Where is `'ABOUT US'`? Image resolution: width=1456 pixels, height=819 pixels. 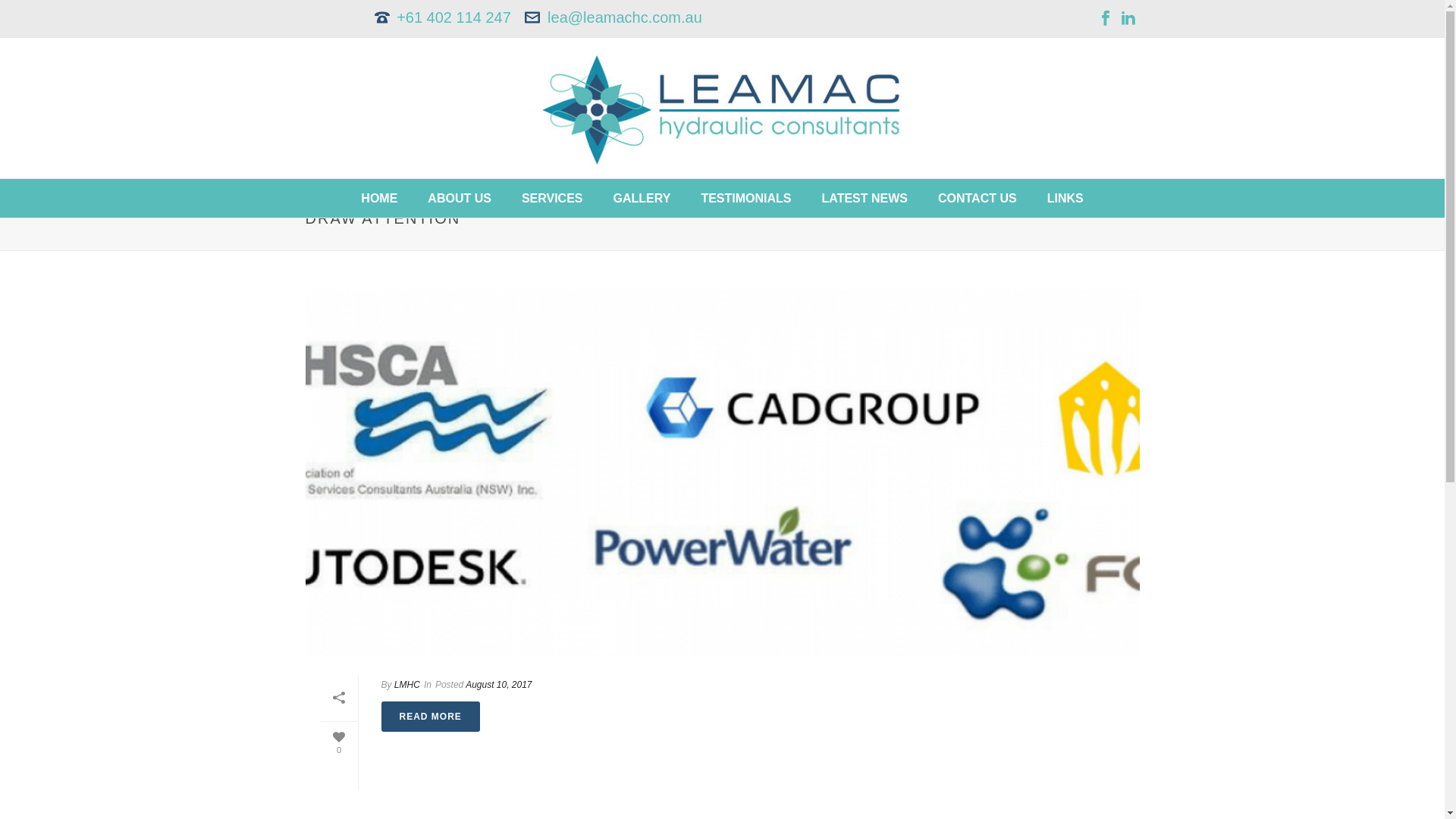
'ABOUT US' is located at coordinates (458, 197).